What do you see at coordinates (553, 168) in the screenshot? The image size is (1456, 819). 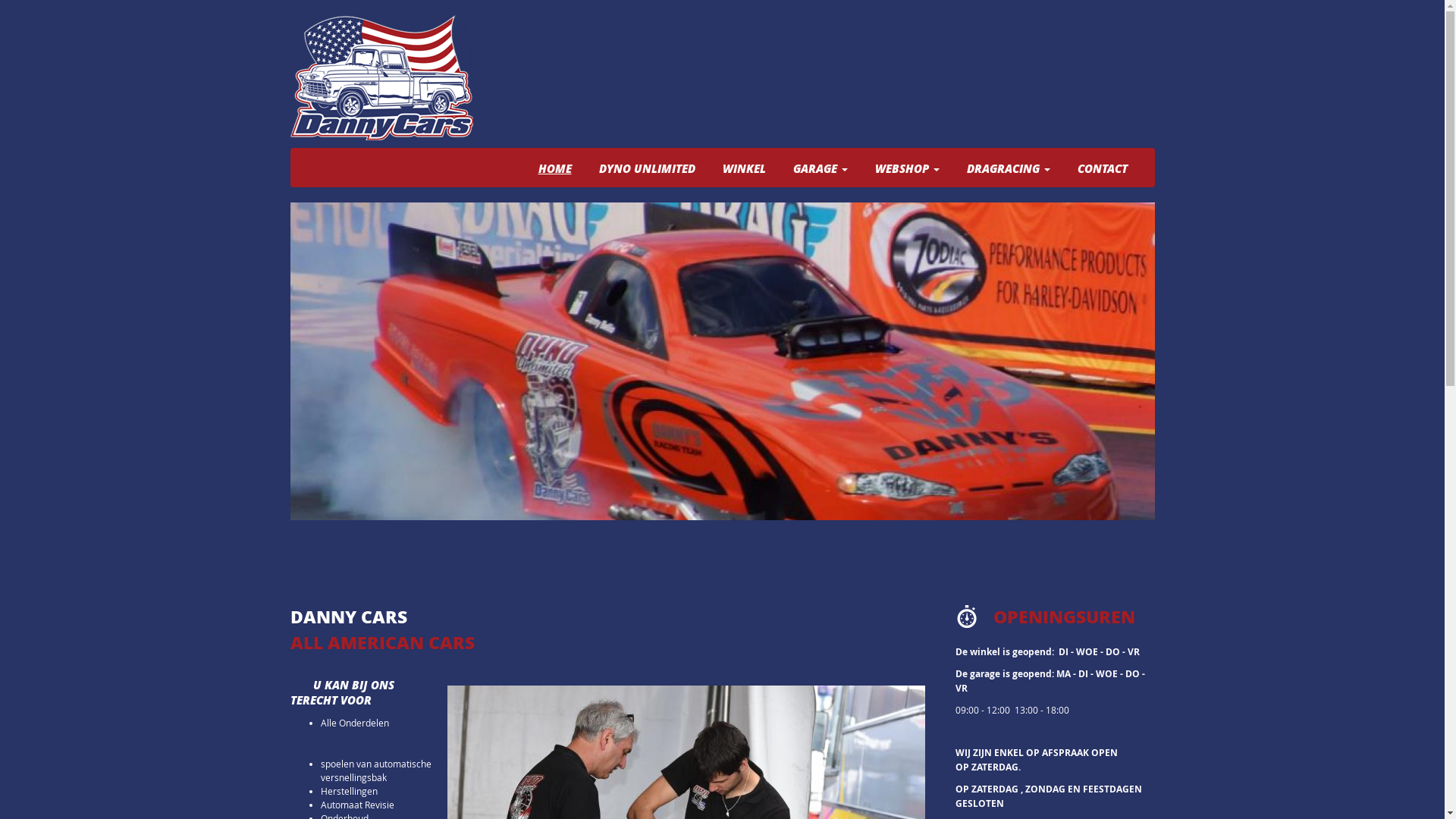 I see `'HOME'` at bounding box center [553, 168].